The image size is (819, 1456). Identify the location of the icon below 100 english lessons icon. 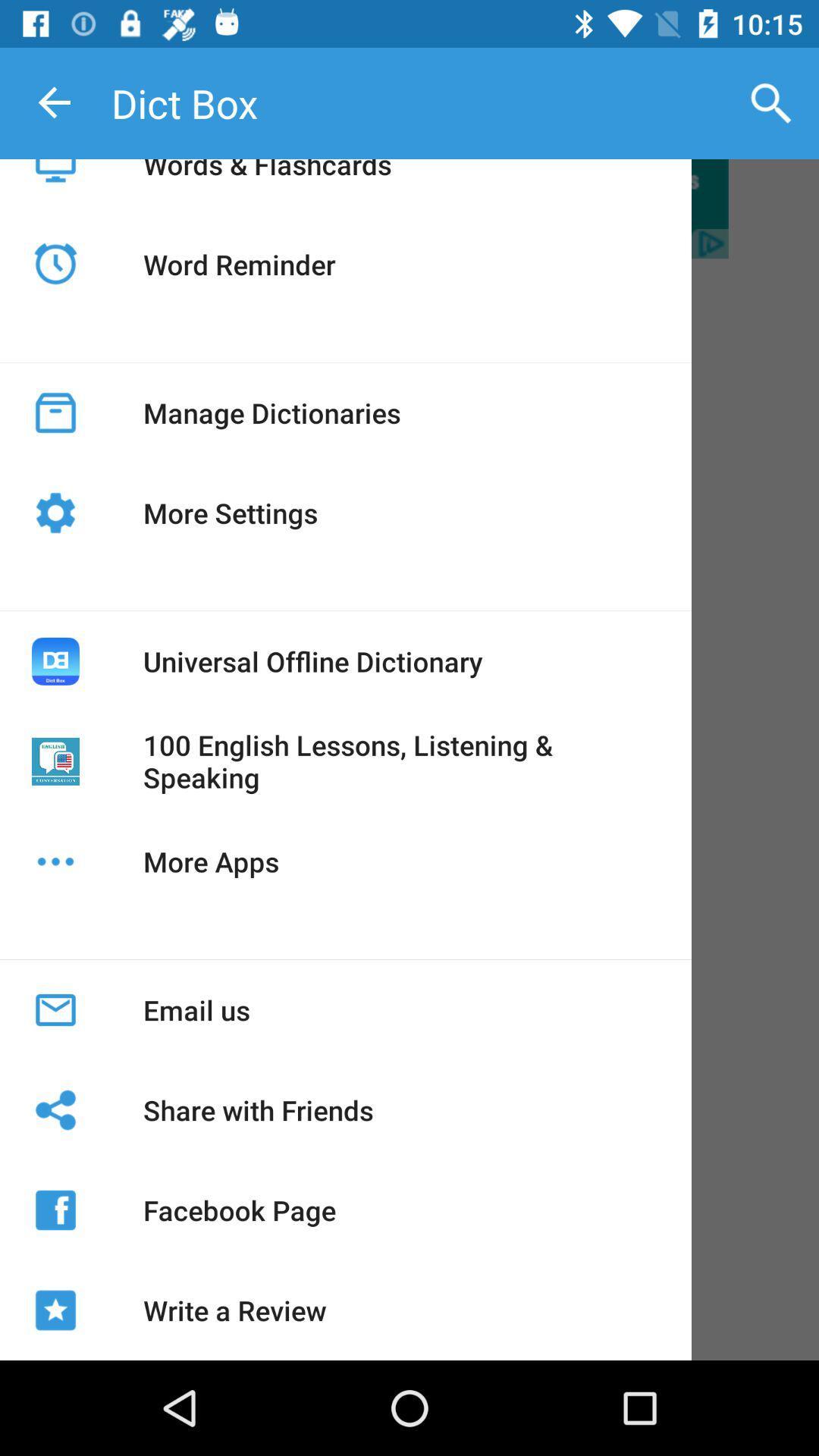
(211, 861).